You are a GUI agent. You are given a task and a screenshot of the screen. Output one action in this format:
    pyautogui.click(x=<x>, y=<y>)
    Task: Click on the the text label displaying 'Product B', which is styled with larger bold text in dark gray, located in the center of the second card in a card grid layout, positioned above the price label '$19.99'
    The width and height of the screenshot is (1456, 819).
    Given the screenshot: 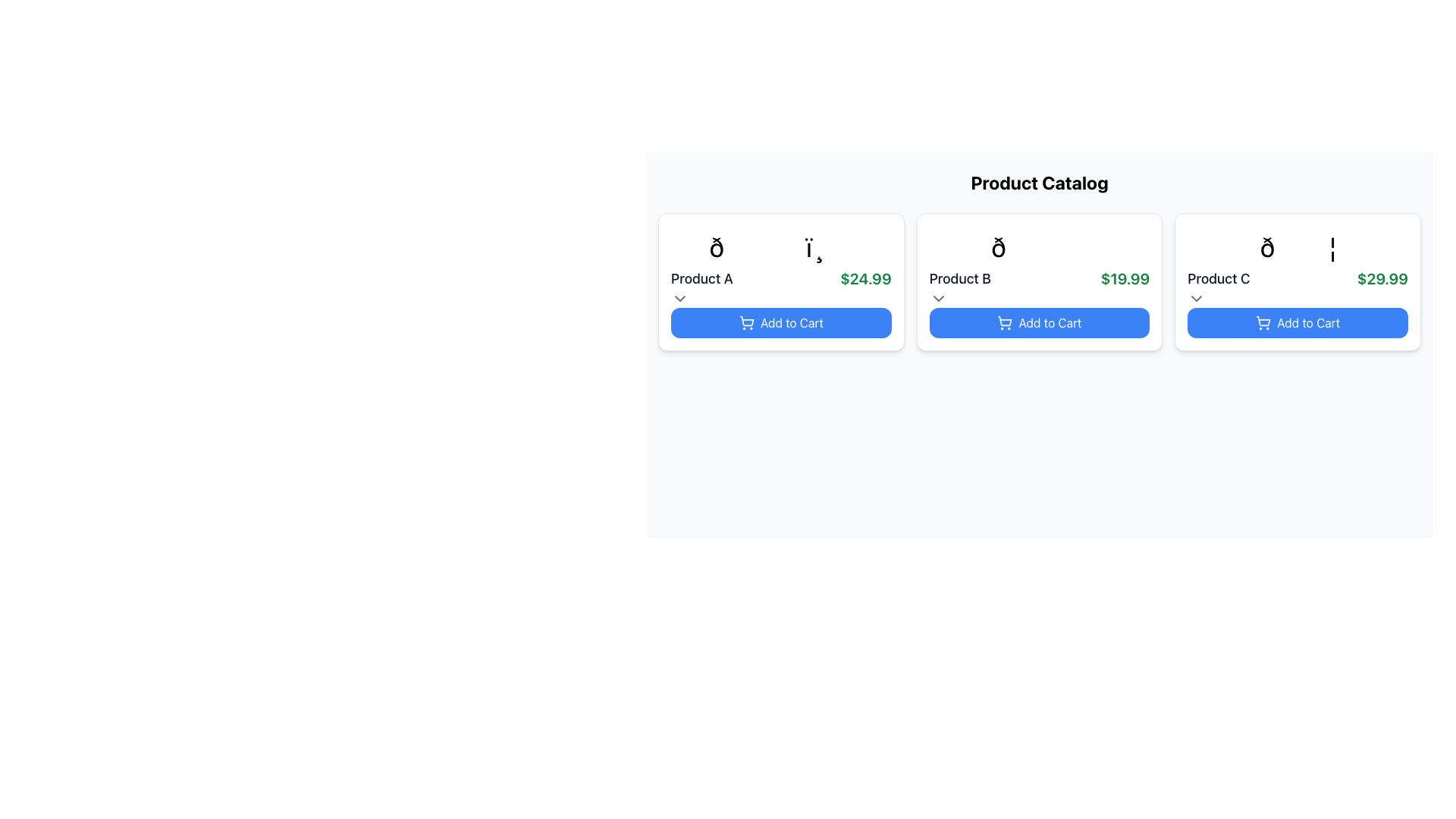 What is the action you would take?
    pyautogui.click(x=959, y=278)
    